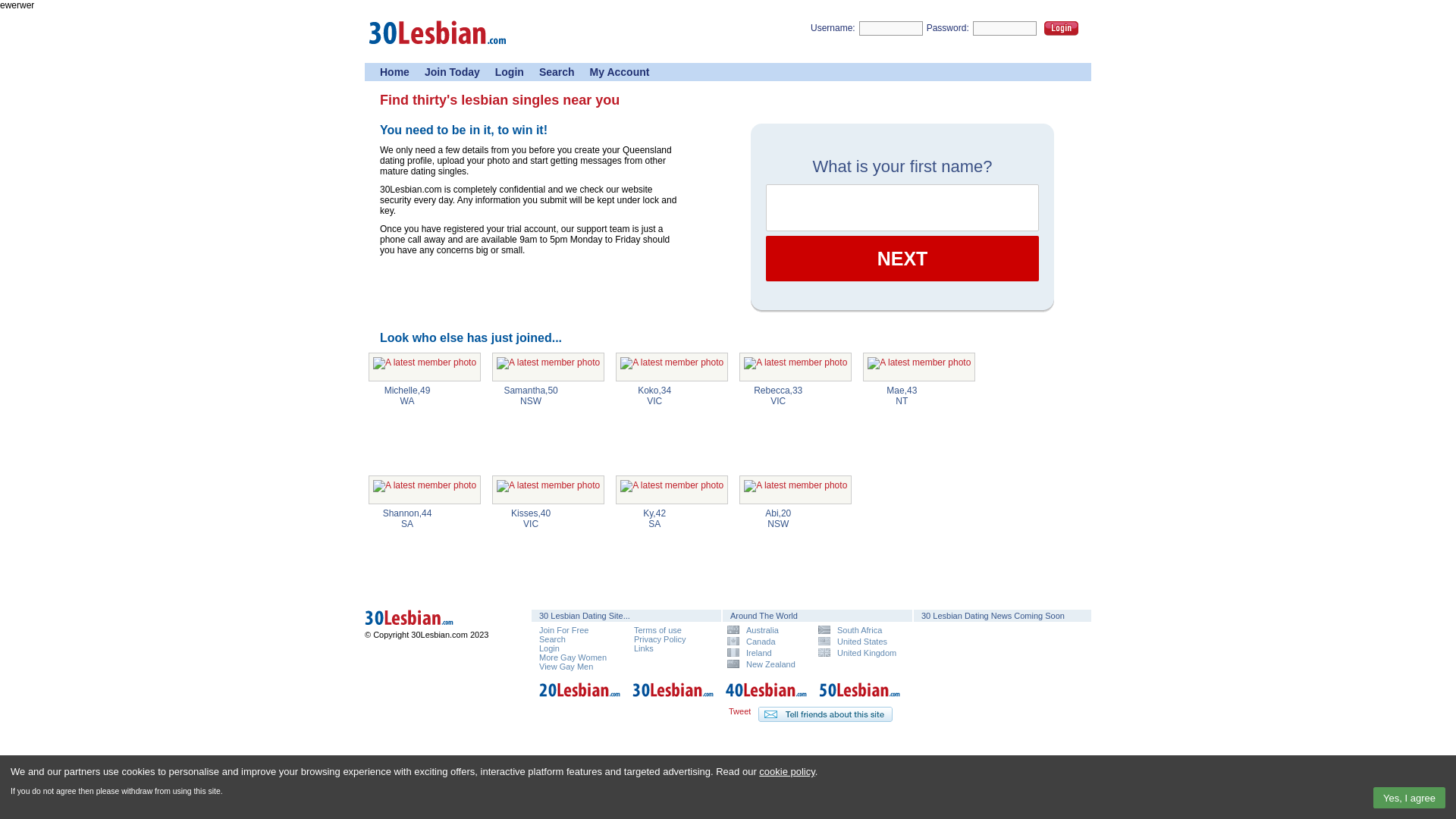  What do you see at coordinates (858, 641) in the screenshot?
I see `'United States'` at bounding box center [858, 641].